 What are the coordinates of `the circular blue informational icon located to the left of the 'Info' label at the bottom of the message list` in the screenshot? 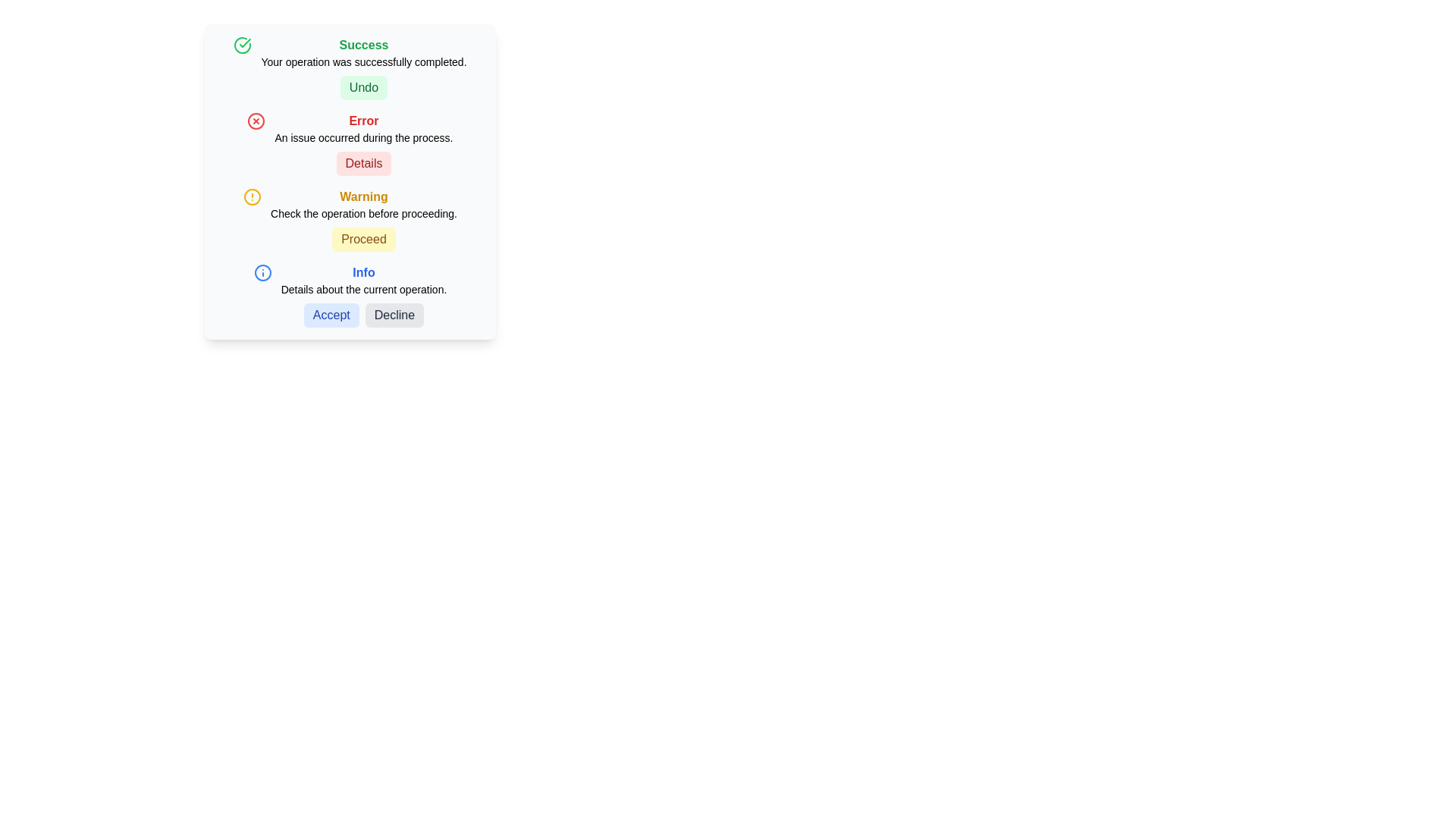 It's located at (262, 271).